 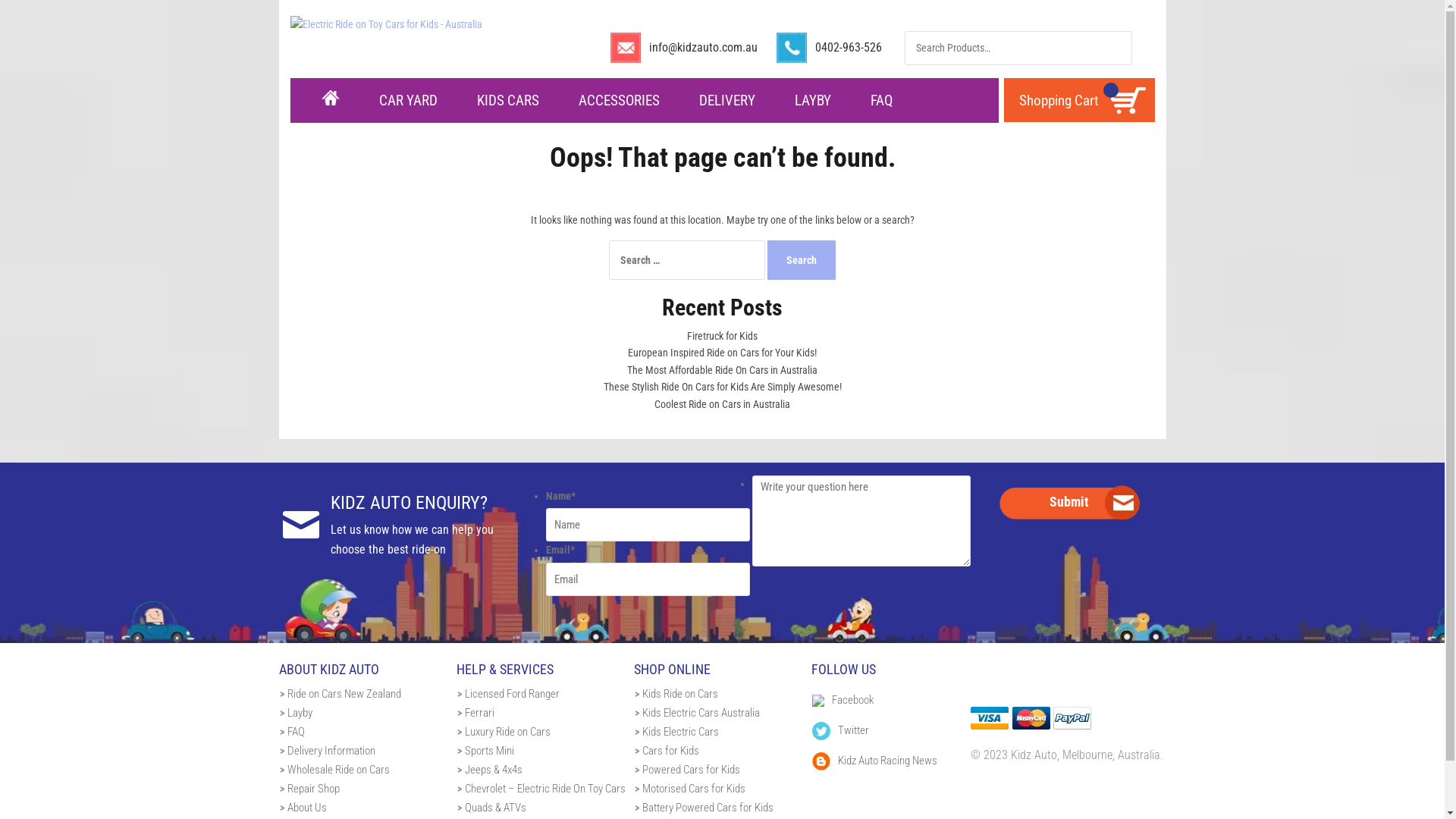 I want to click on 'Wholesale Ride on Cars', so click(x=287, y=769).